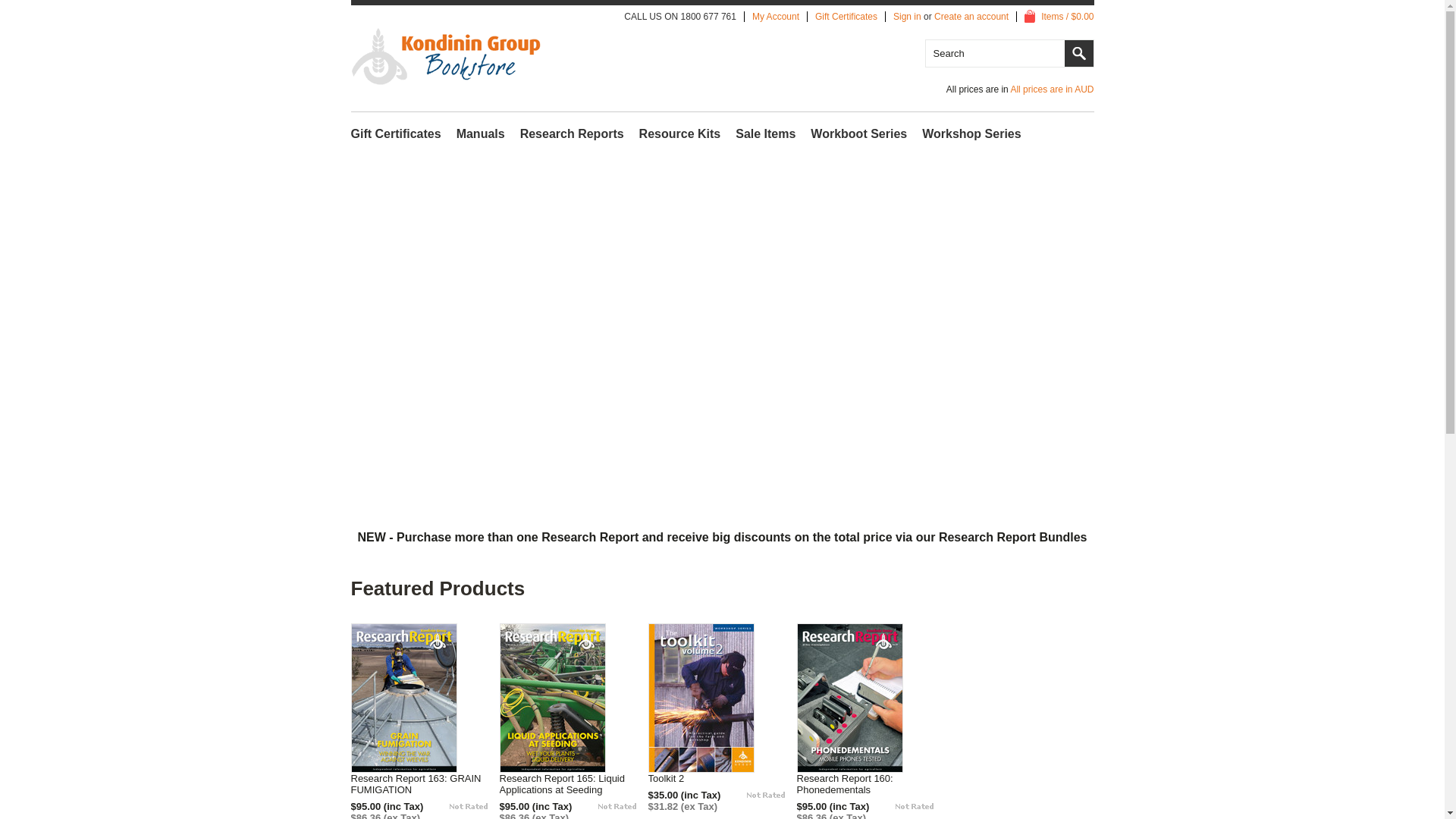  Describe the element at coordinates (907, 17) in the screenshot. I see `'Sign in'` at that location.